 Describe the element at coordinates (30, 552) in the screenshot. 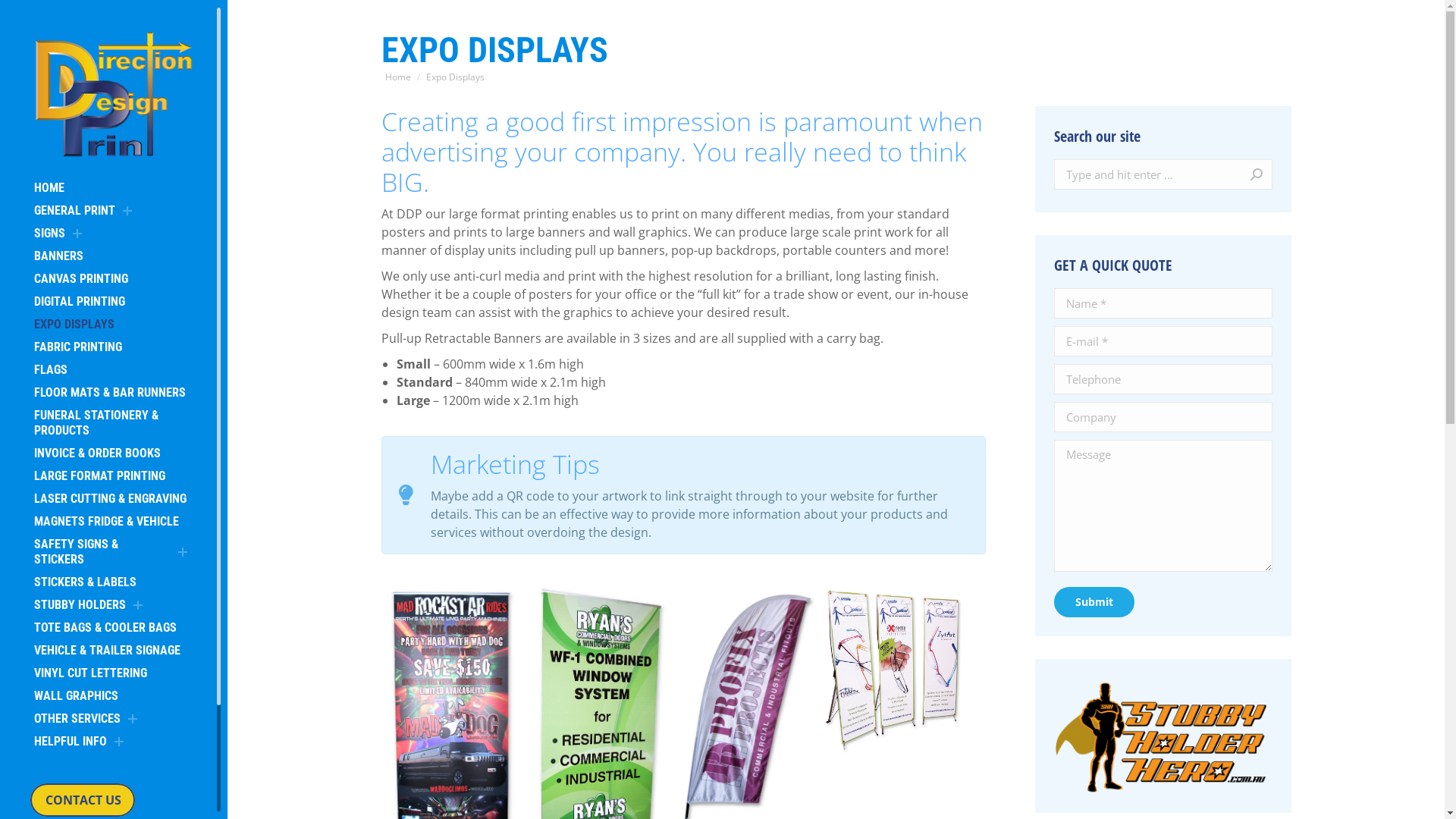

I see `'SAFETY SIGNS & STICKERS'` at that location.